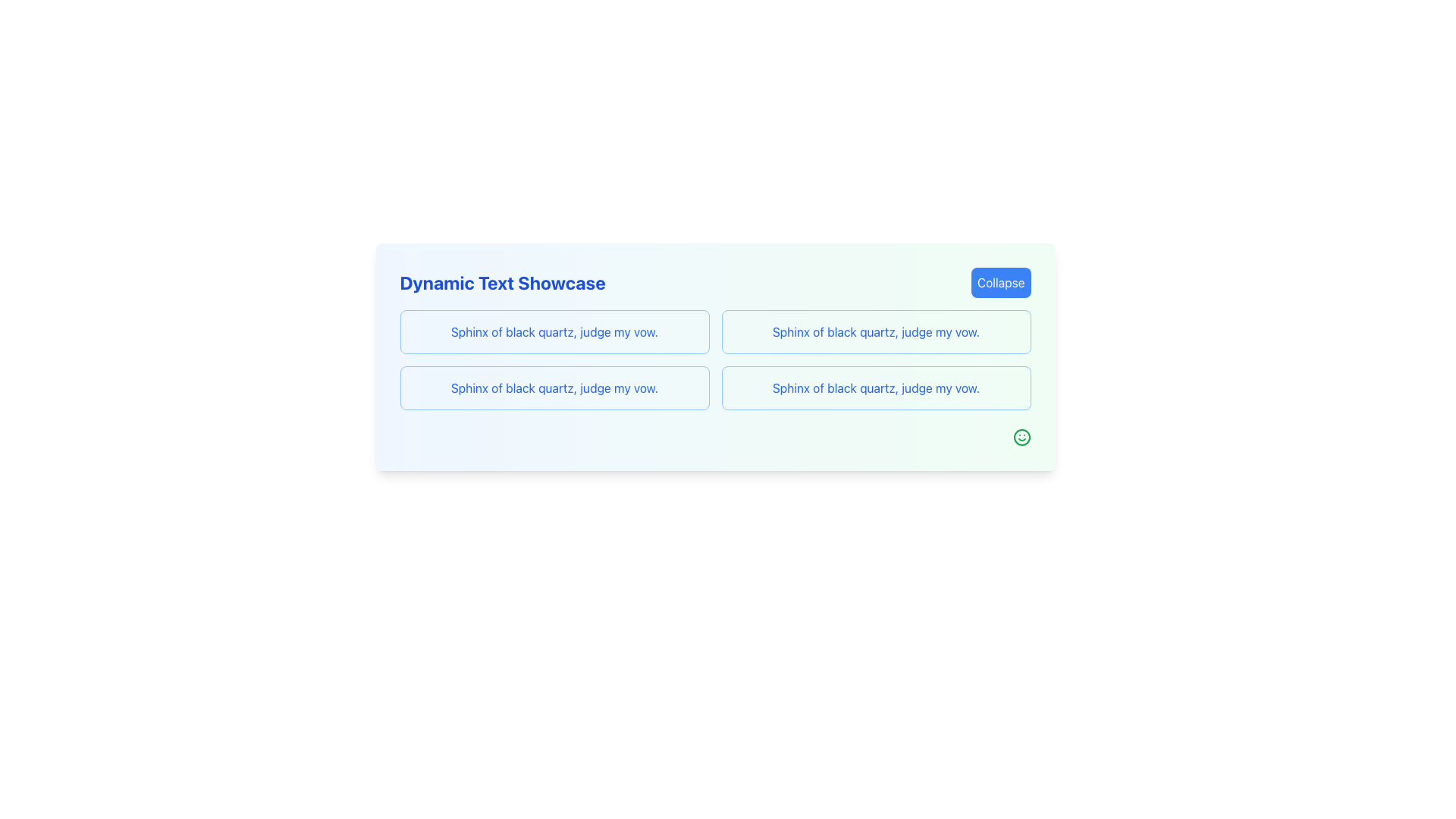  Describe the element at coordinates (876, 388) in the screenshot. I see `the Static Text element located in the bottom-right section of the grid framework, specifically in the second row and second column, which displays text for user readability` at that location.